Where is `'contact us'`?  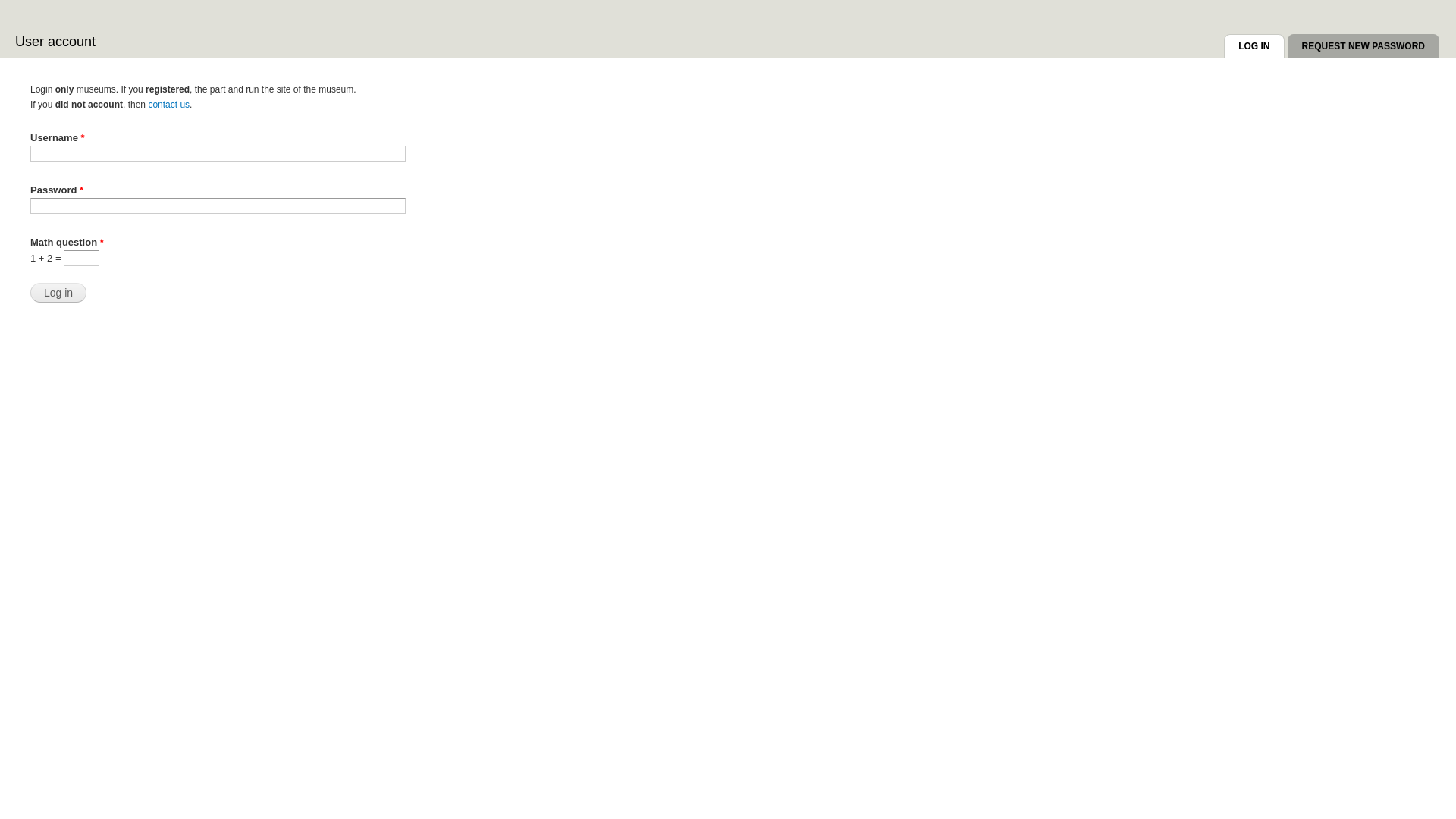 'contact us' is located at coordinates (148, 104).